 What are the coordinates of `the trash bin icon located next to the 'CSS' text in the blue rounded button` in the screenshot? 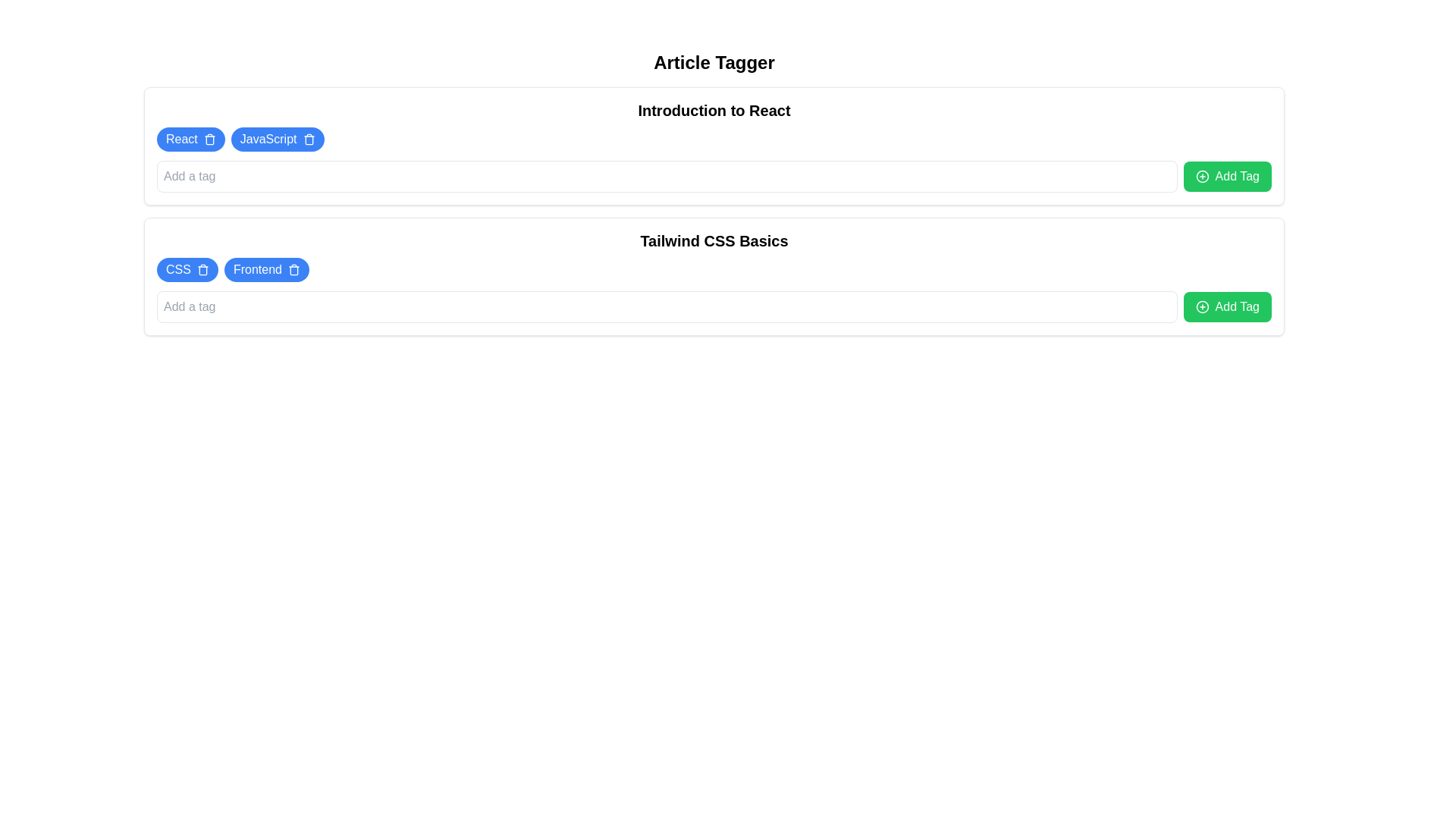 It's located at (202, 268).